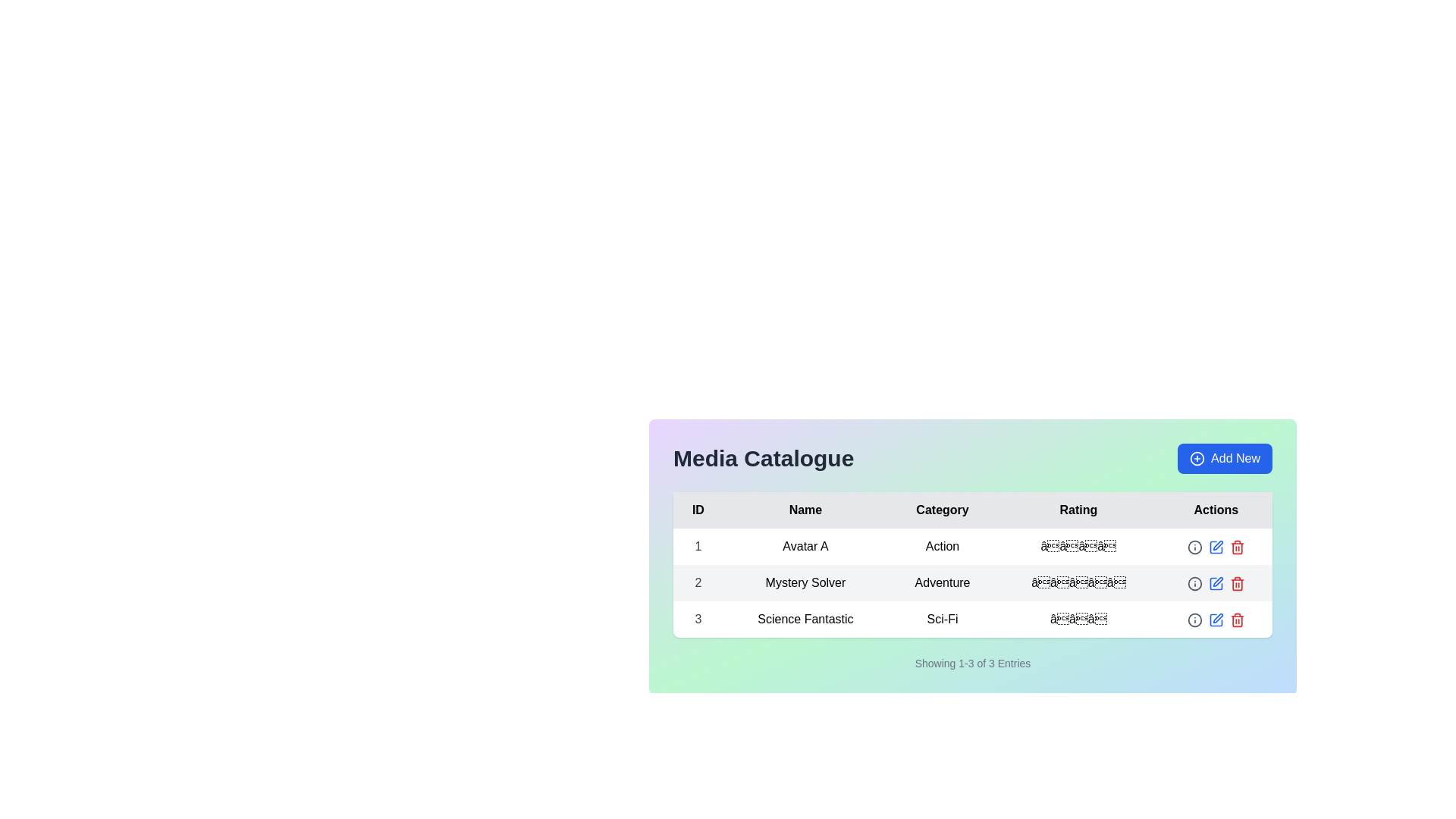 The width and height of the screenshot is (1456, 819). What do you see at coordinates (1235, 458) in the screenshot?
I see `the 'Add New' text label within the button located in the top-right corner of the interface` at bounding box center [1235, 458].